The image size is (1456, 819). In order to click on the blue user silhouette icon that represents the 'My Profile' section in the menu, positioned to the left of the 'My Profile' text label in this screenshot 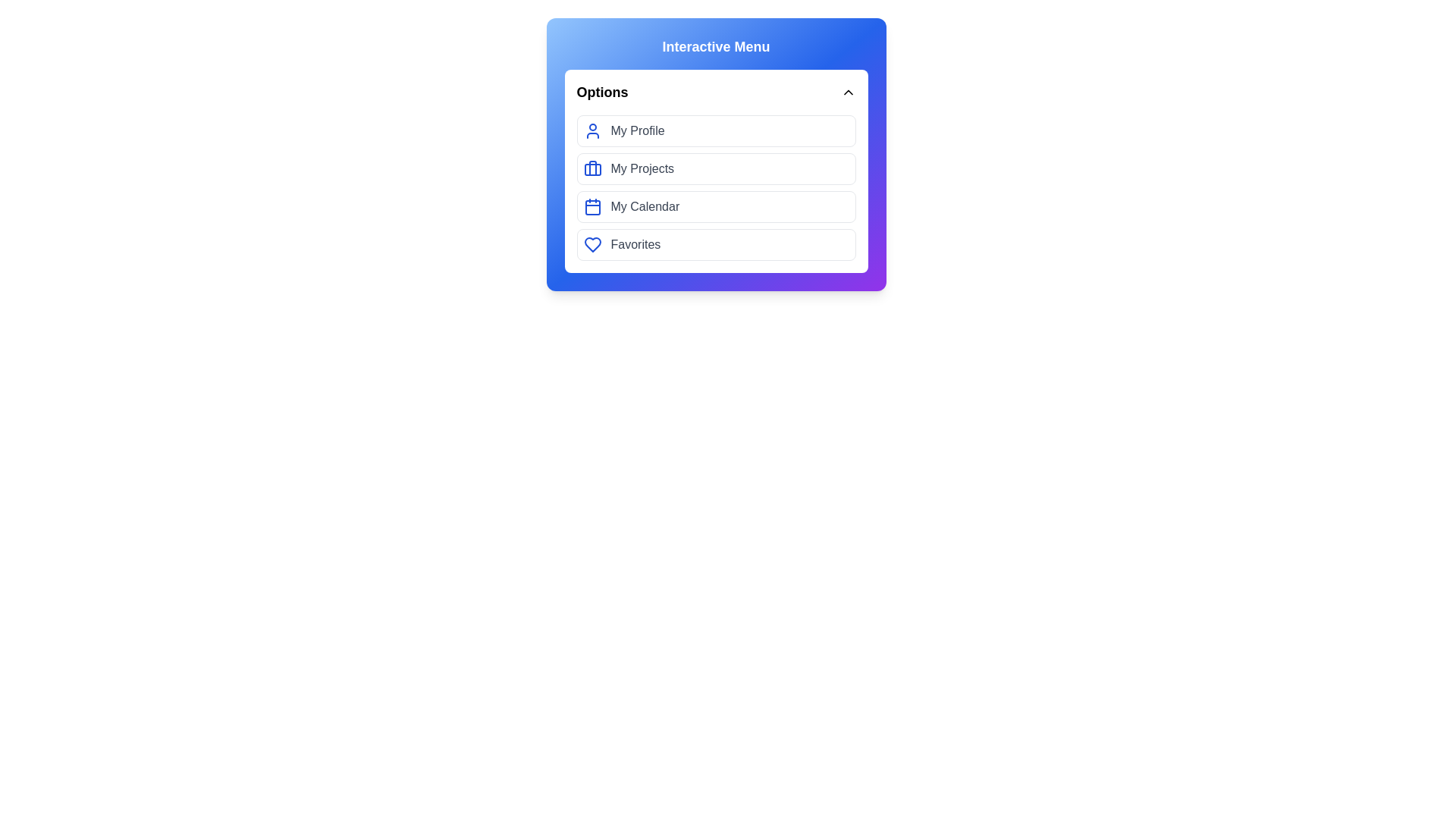, I will do `click(591, 130)`.